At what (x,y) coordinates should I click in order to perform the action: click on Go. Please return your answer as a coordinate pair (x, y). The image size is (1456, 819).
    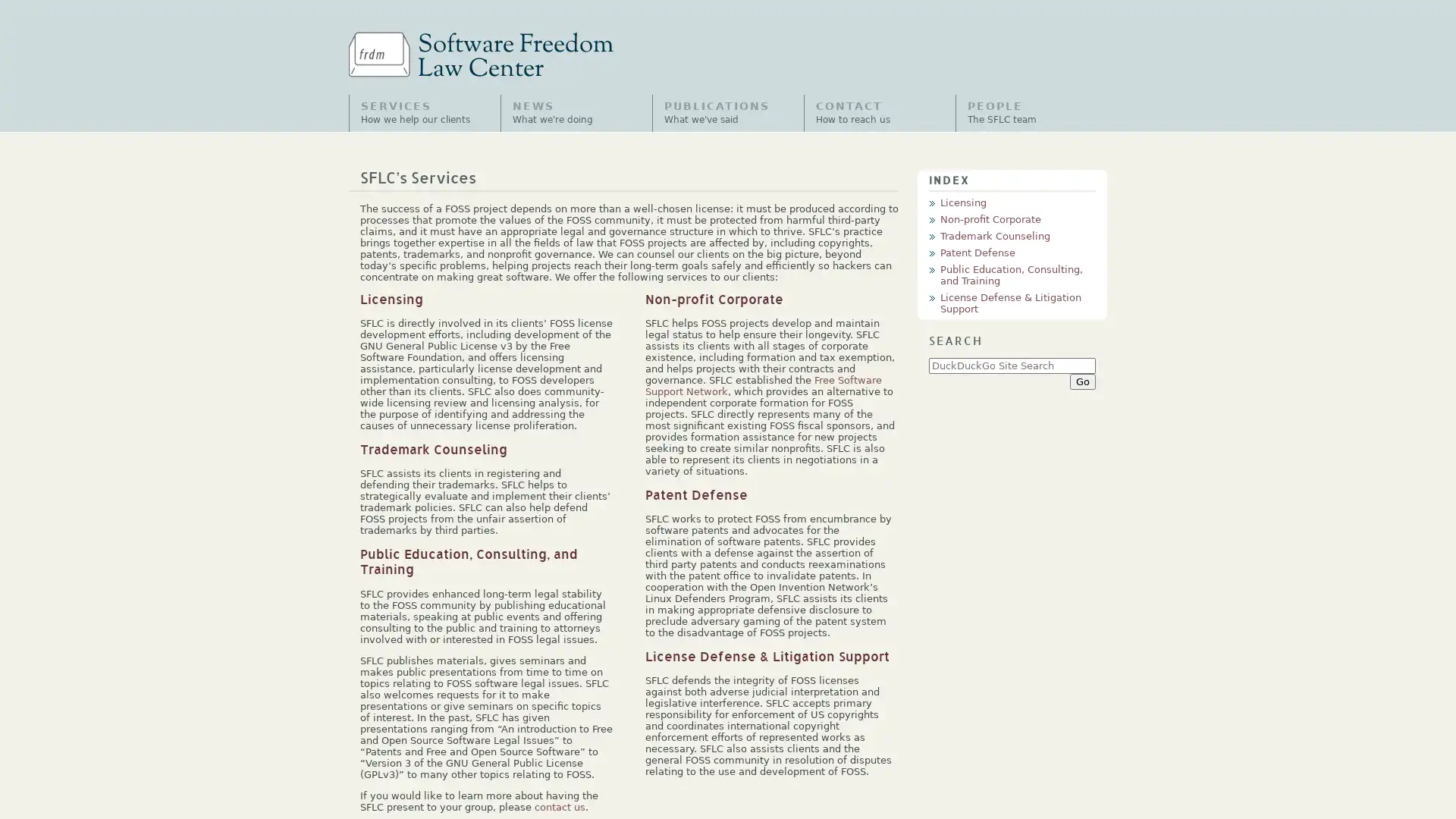
    Looking at the image, I should click on (1081, 380).